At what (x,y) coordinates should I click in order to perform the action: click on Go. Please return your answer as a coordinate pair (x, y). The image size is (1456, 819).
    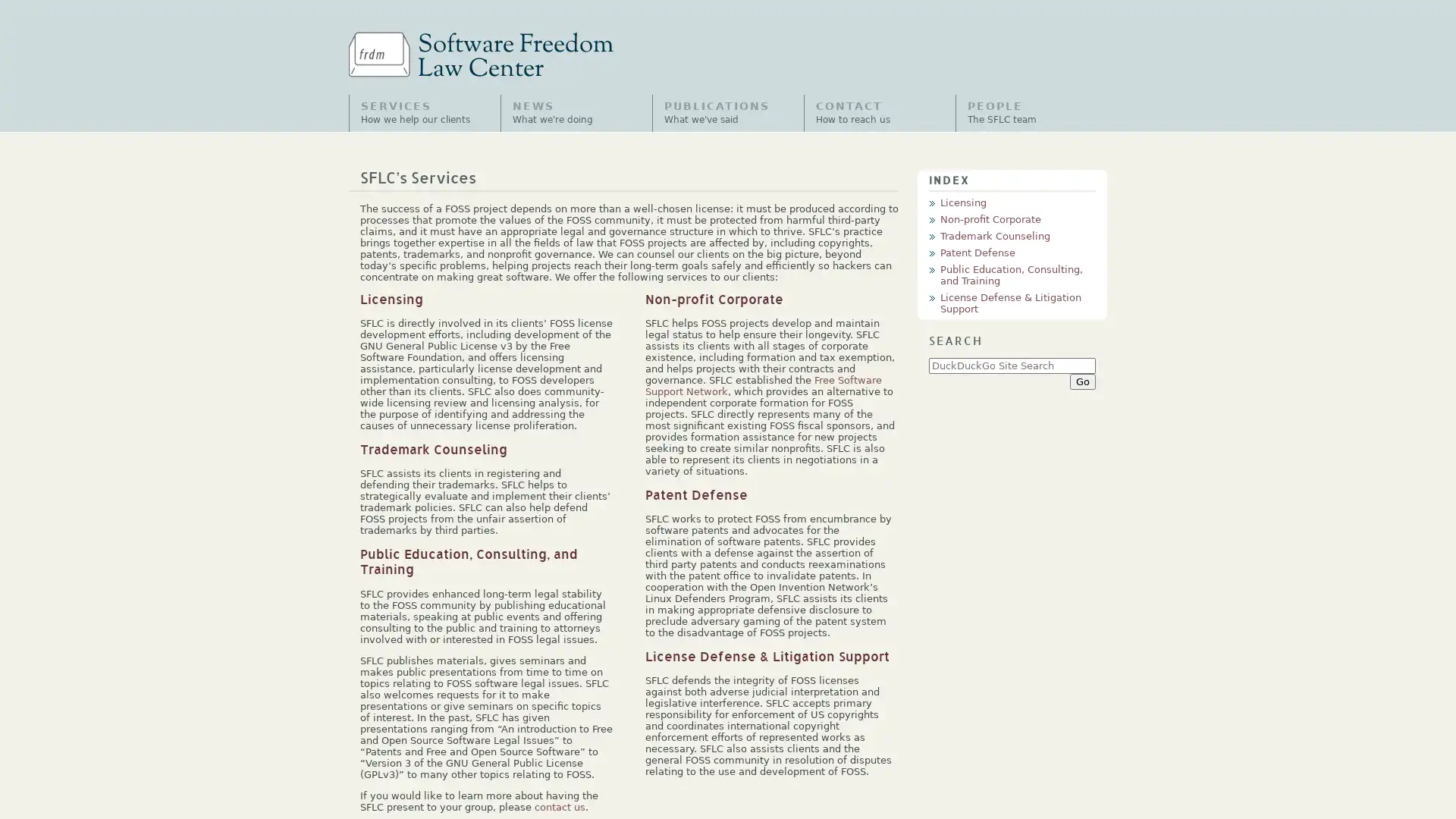
    Looking at the image, I should click on (1081, 380).